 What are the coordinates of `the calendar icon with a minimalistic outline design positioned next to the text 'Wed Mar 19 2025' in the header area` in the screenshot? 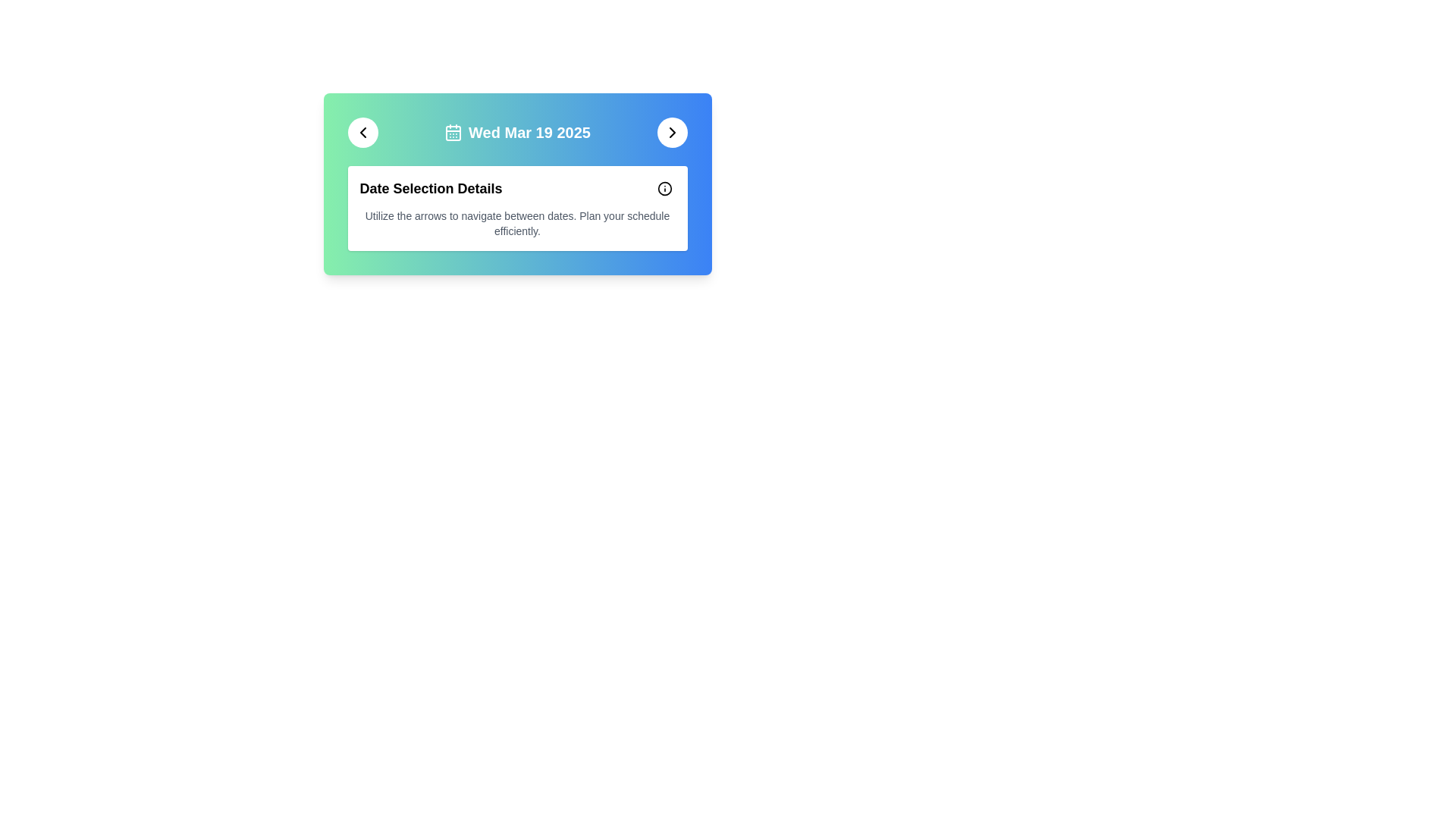 It's located at (453, 131).